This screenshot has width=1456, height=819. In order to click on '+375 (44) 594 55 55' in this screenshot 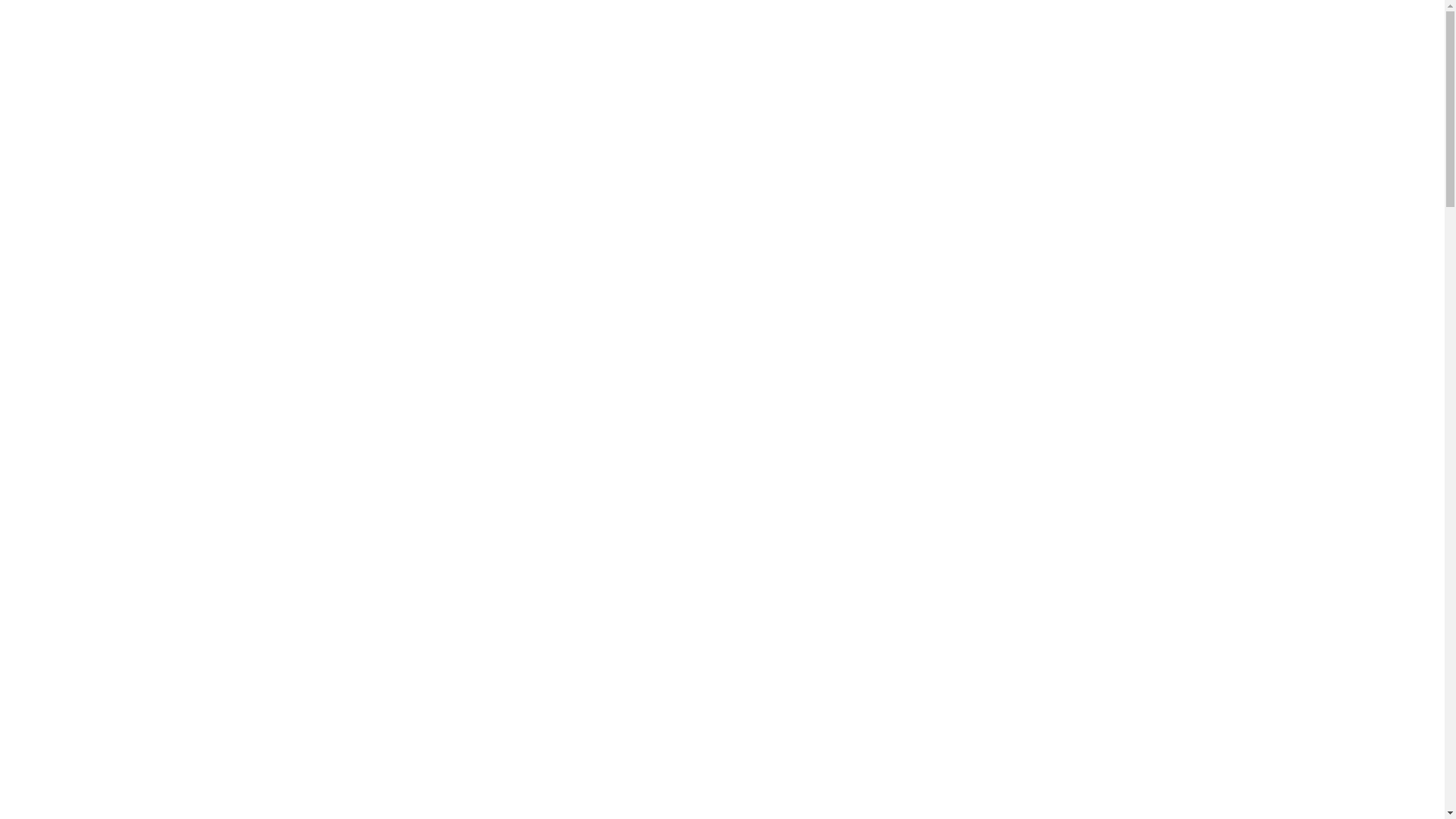, I will do `click(1132, 49)`.